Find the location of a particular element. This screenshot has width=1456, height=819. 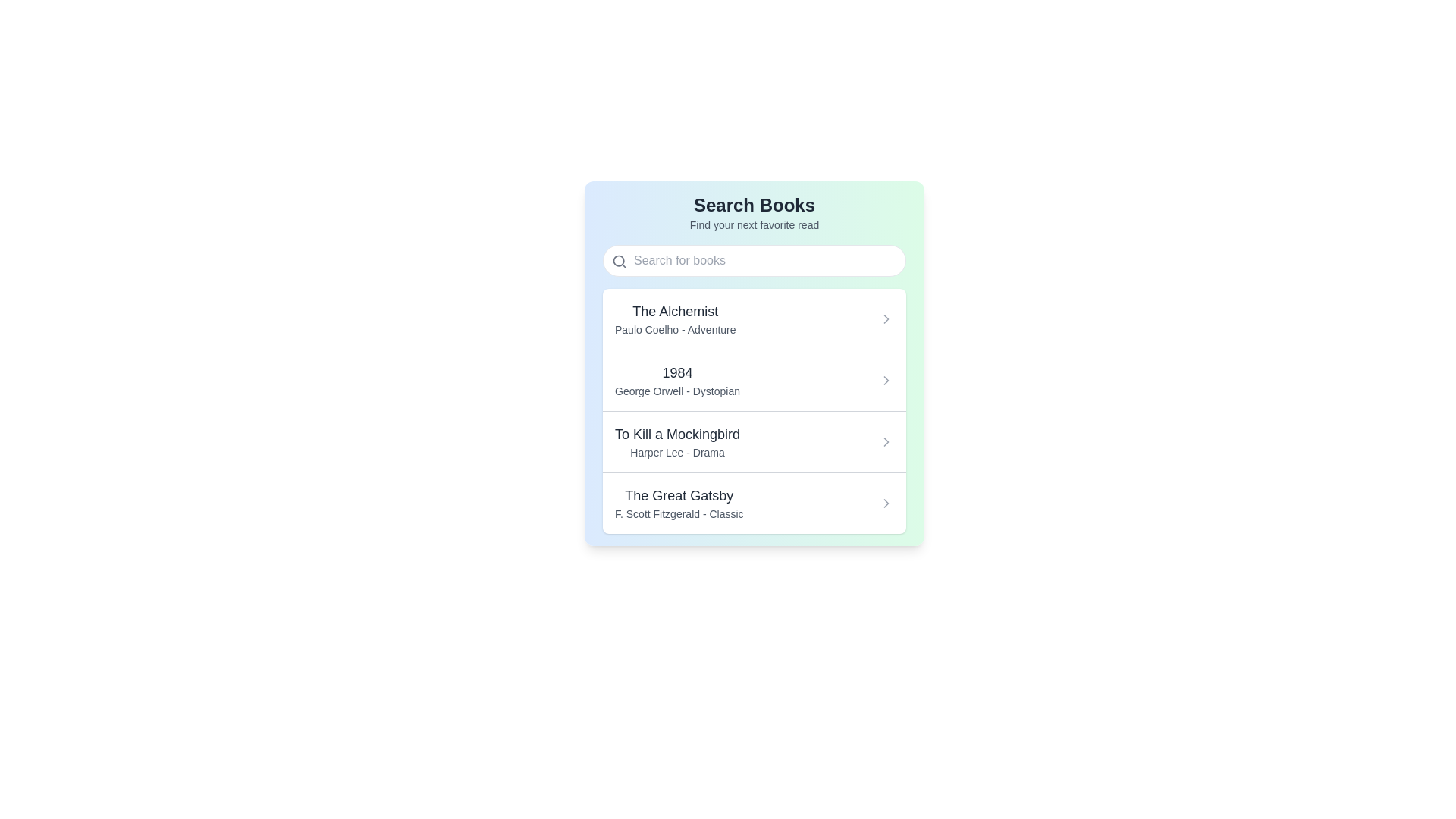

the small right-pointing chevron icon located in the right section of the list item for 'The Great Gatsby F. Scott Fitzgerald - Classic' is located at coordinates (886, 503).